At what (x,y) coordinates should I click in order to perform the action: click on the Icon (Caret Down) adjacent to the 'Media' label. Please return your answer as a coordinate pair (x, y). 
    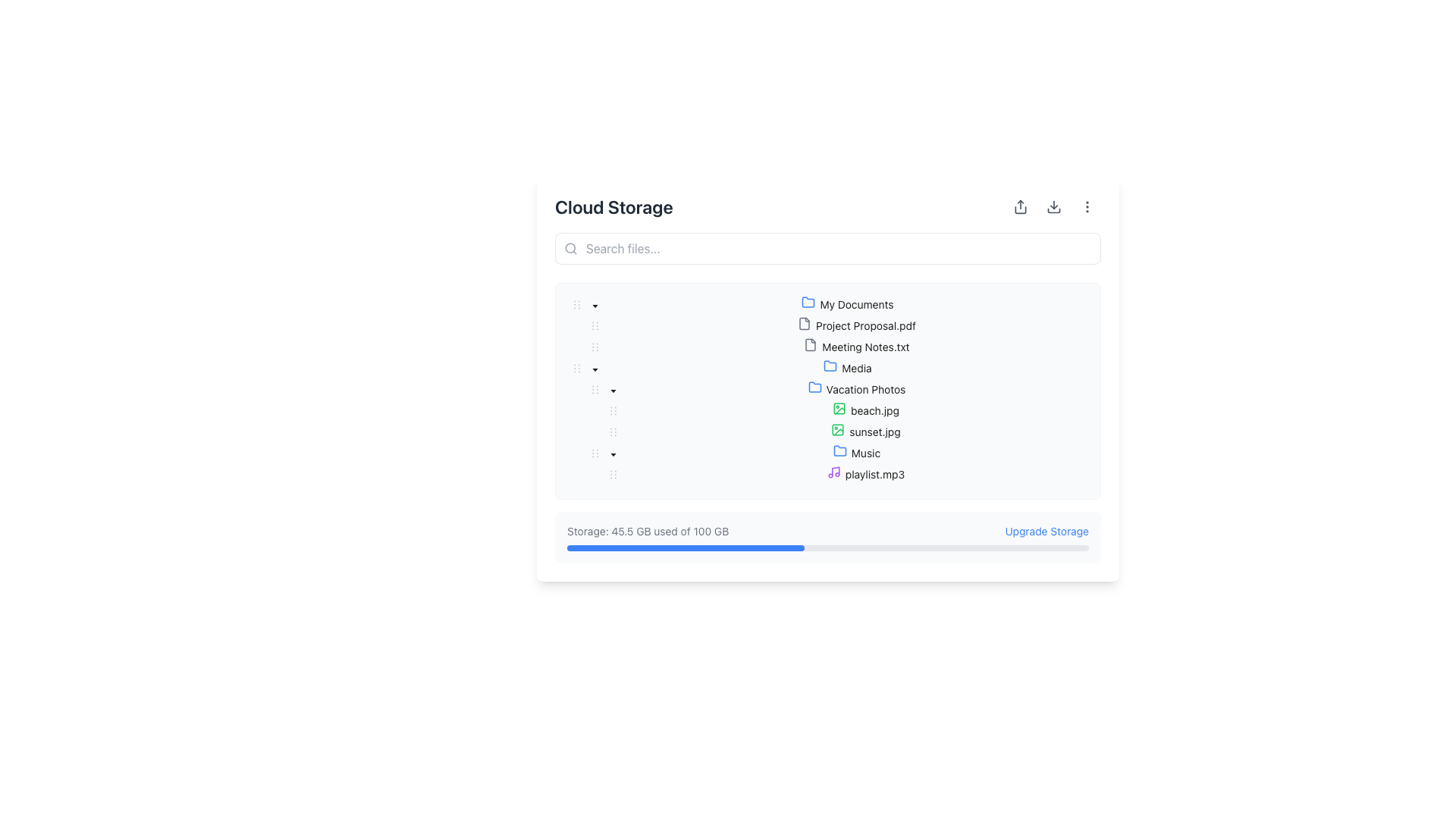
    Looking at the image, I should click on (613, 391).